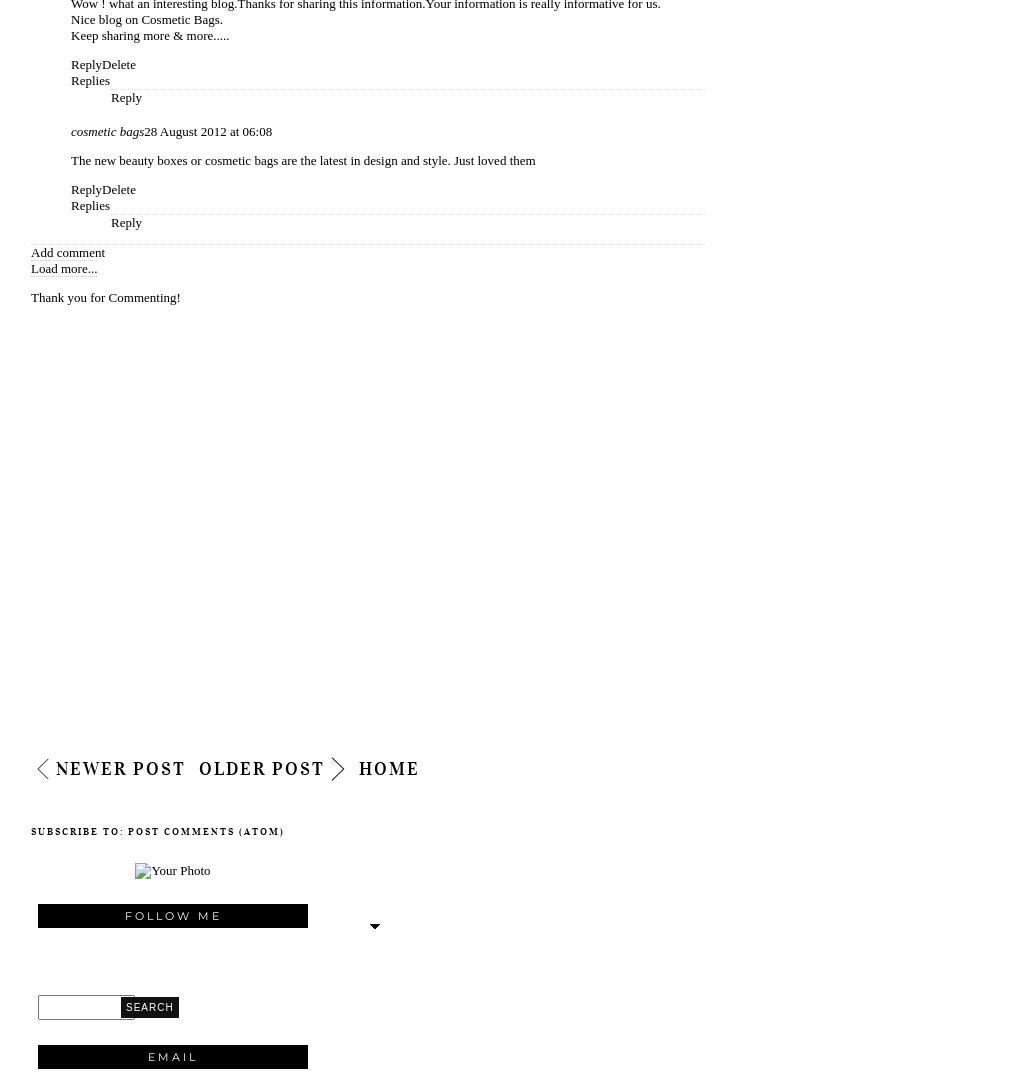  I want to click on 'Keep sharing more & more.....', so click(148, 33).